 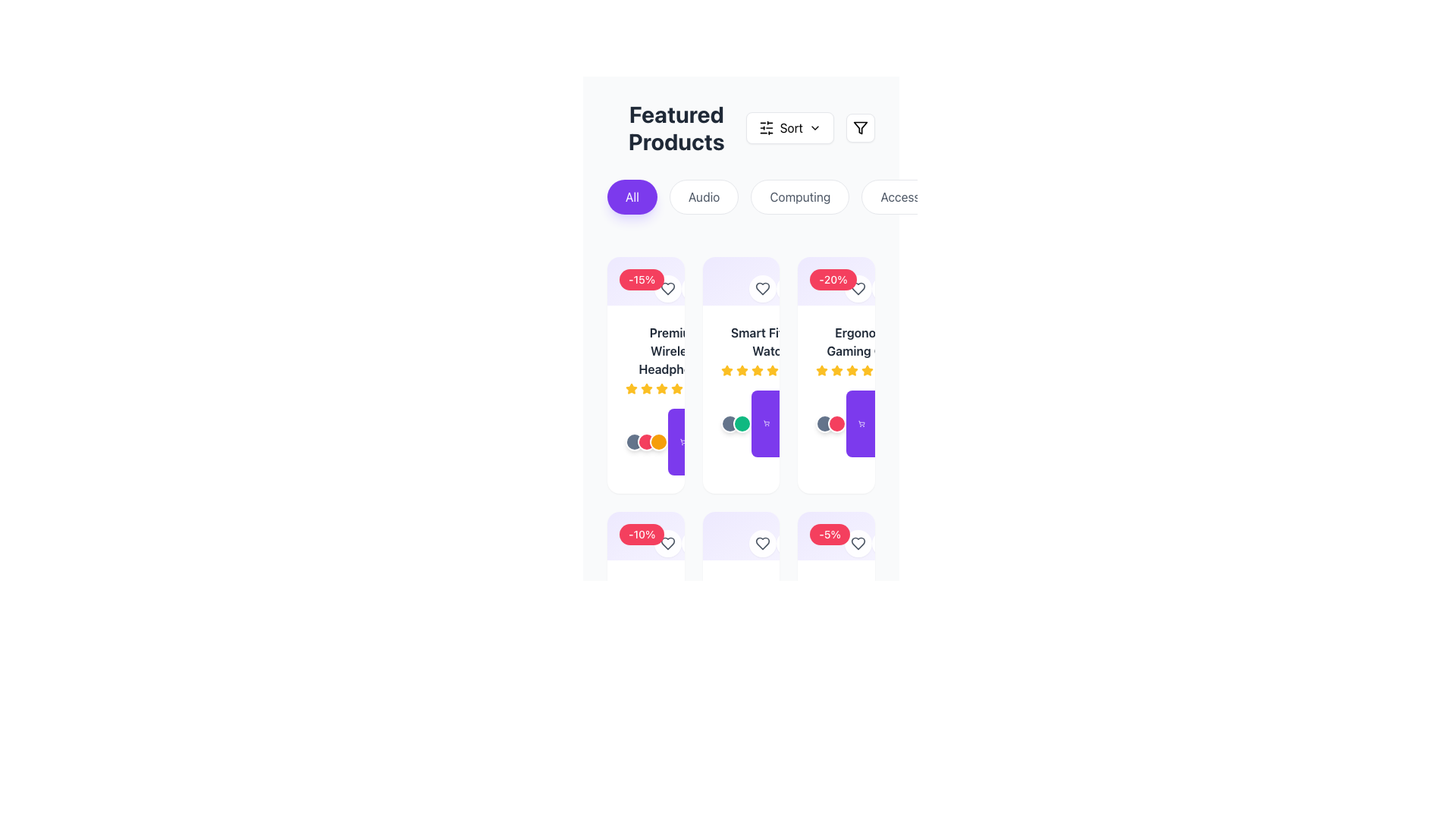 What do you see at coordinates (703, 196) in the screenshot?
I see `the 'Audio' button, which has rounded corners, a gray font, a white background with a gray border, located under the 'Featured Products' section, between the 'All' and 'Computing' buttons` at bounding box center [703, 196].